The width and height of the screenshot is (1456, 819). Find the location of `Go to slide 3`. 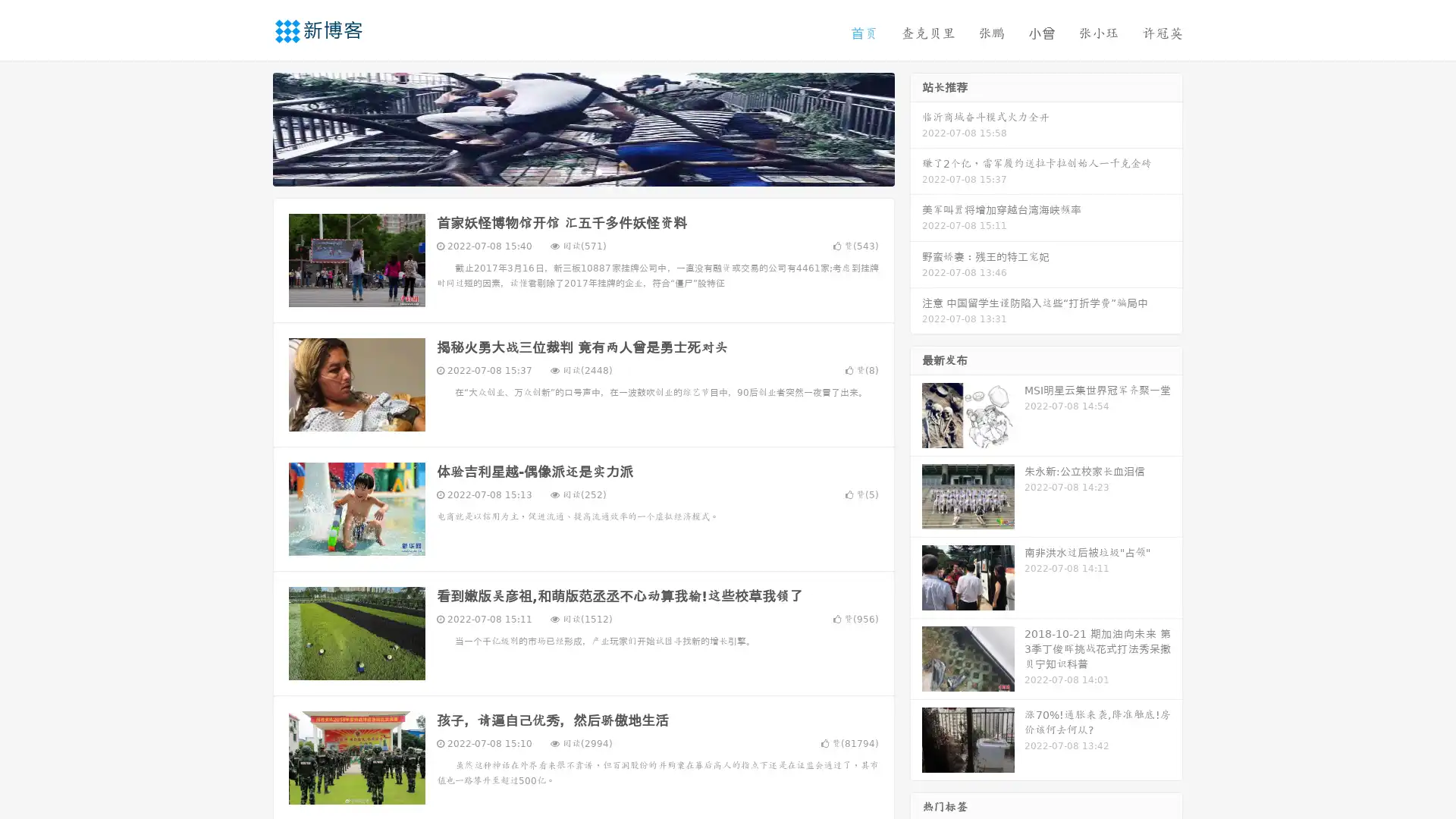

Go to slide 3 is located at coordinates (598, 171).